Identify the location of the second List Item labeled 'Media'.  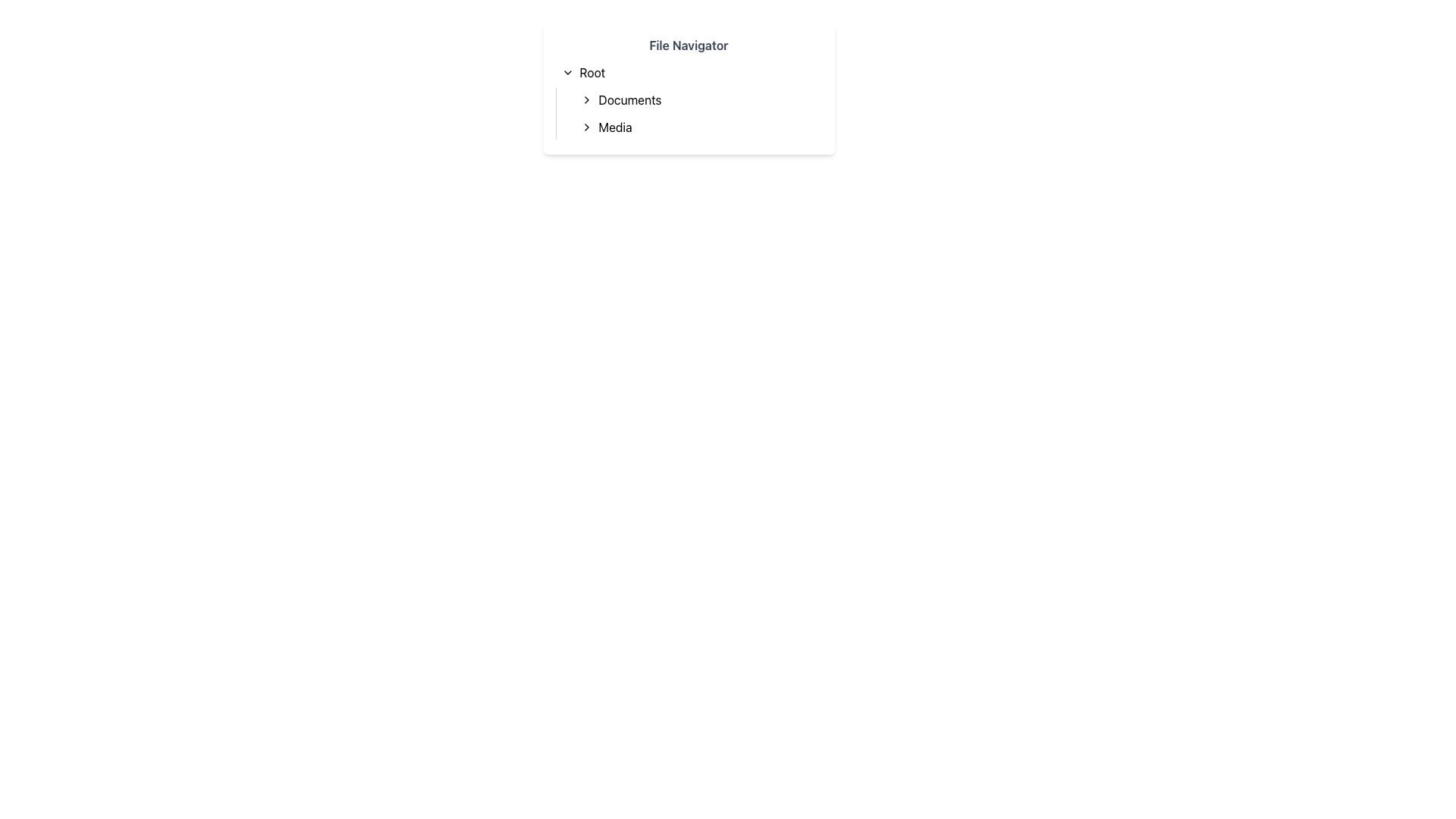
(698, 127).